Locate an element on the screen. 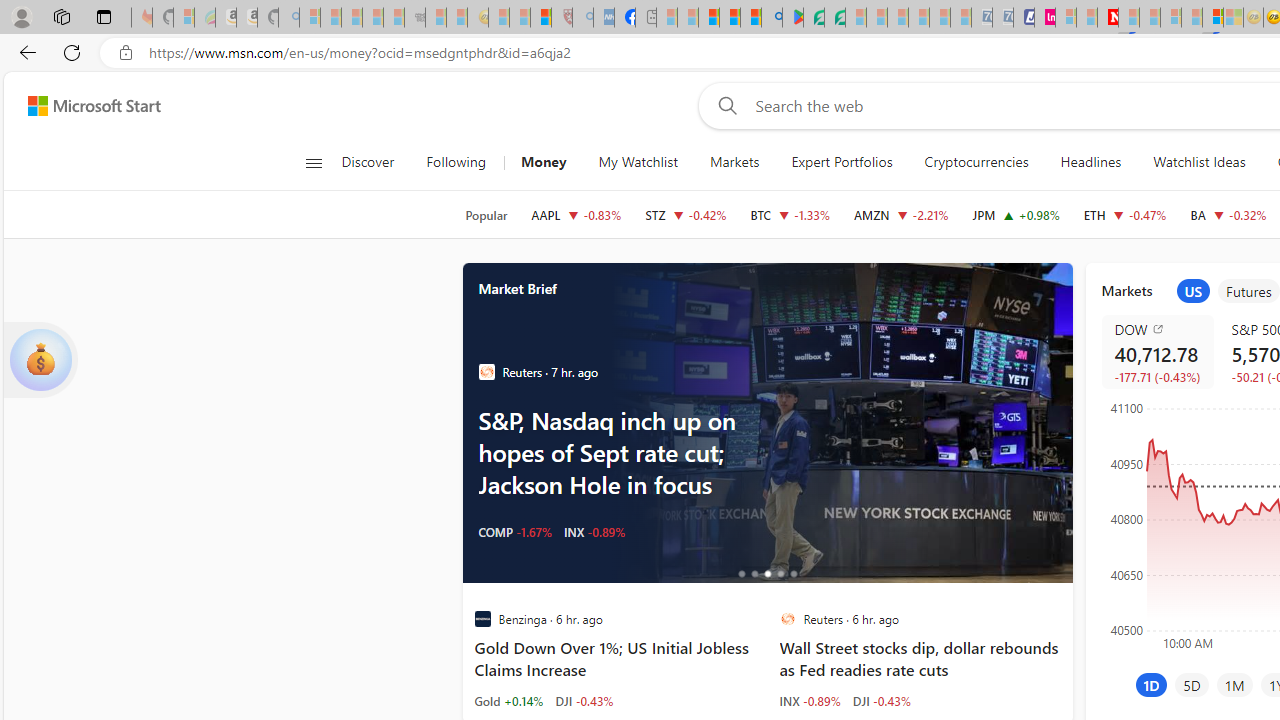 Image resolution: width=1280 pixels, height=720 pixels. 'MSNBC - MSN - Sleeping' is located at coordinates (666, 17).